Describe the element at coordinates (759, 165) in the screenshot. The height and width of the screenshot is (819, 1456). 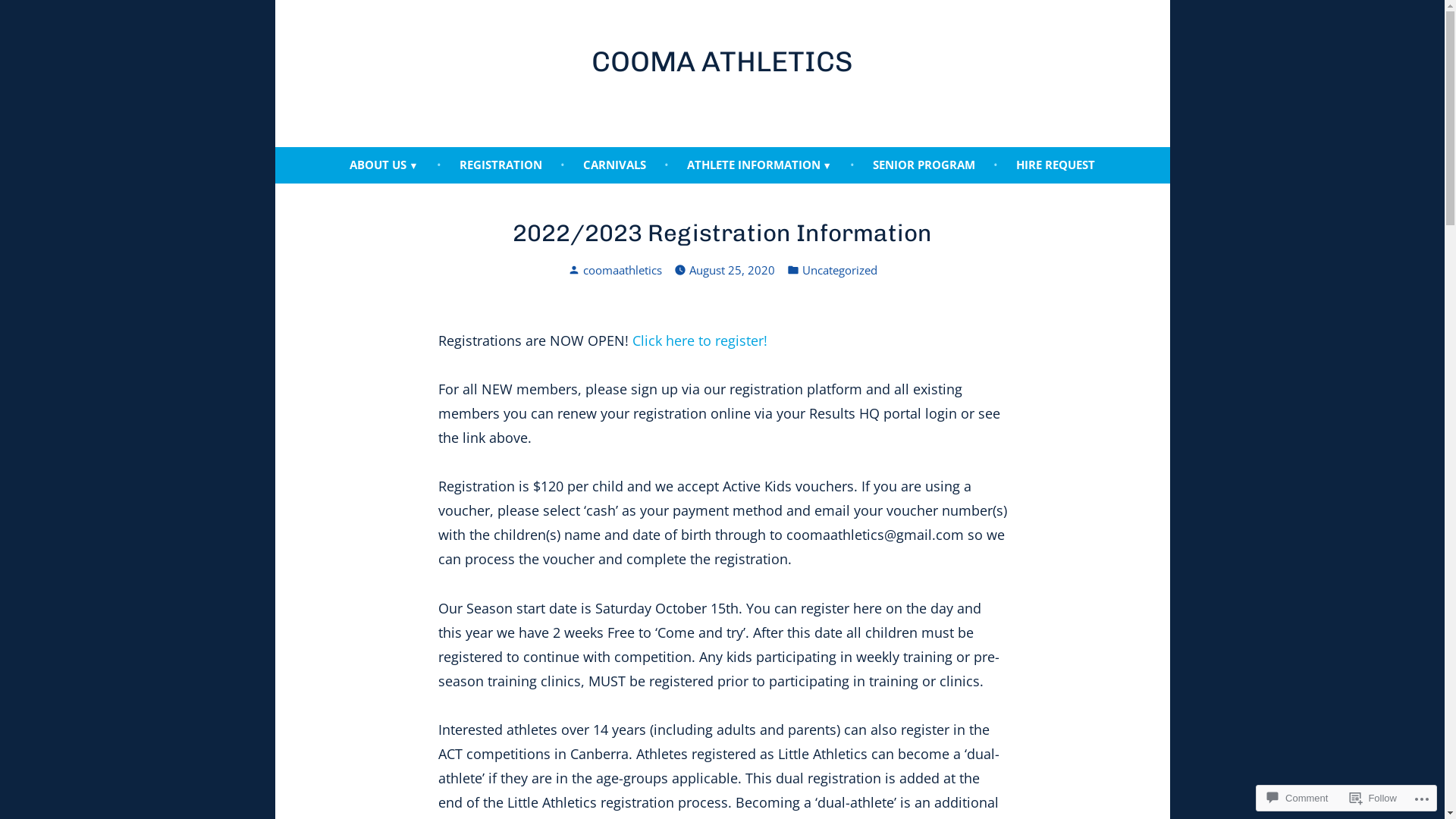
I see `'ATHLETE INFORMATION'` at that location.